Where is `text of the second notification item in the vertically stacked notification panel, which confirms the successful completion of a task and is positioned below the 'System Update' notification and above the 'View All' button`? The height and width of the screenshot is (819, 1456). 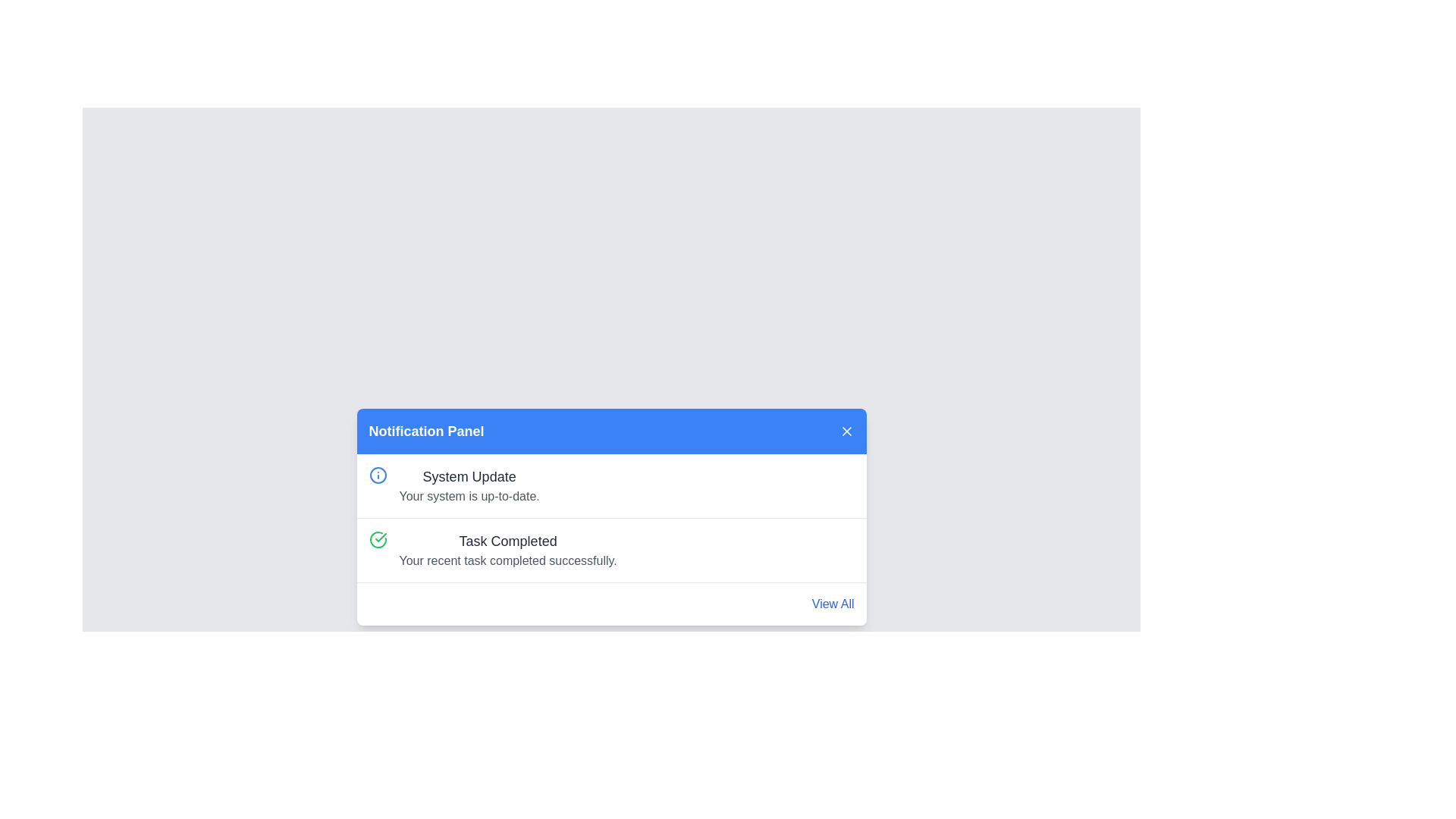
text of the second notification item in the vertically stacked notification panel, which confirms the successful completion of a task and is positioned below the 'System Update' notification and above the 'View All' button is located at coordinates (611, 550).